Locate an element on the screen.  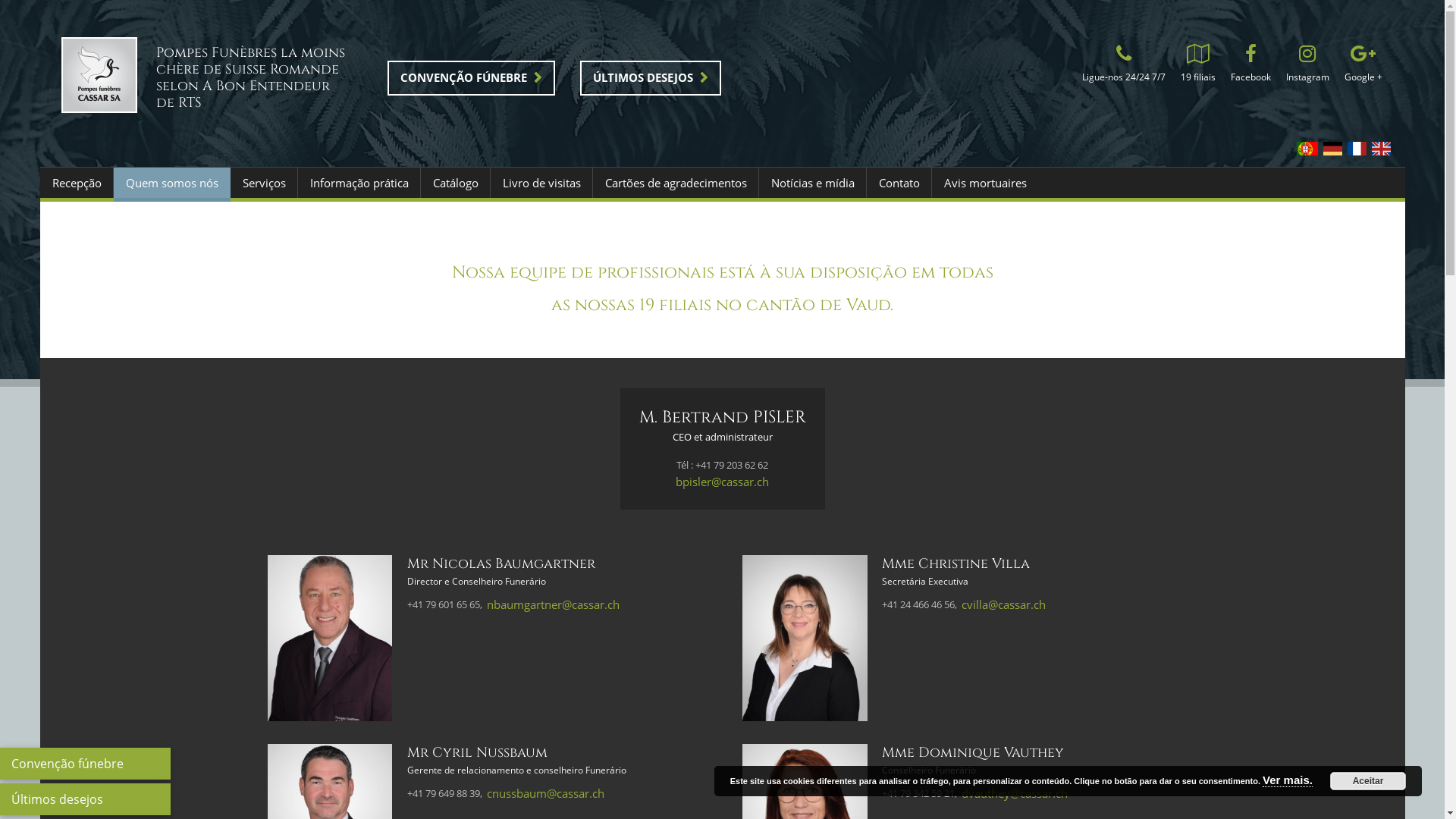
'Facebook' is located at coordinates (1250, 65).